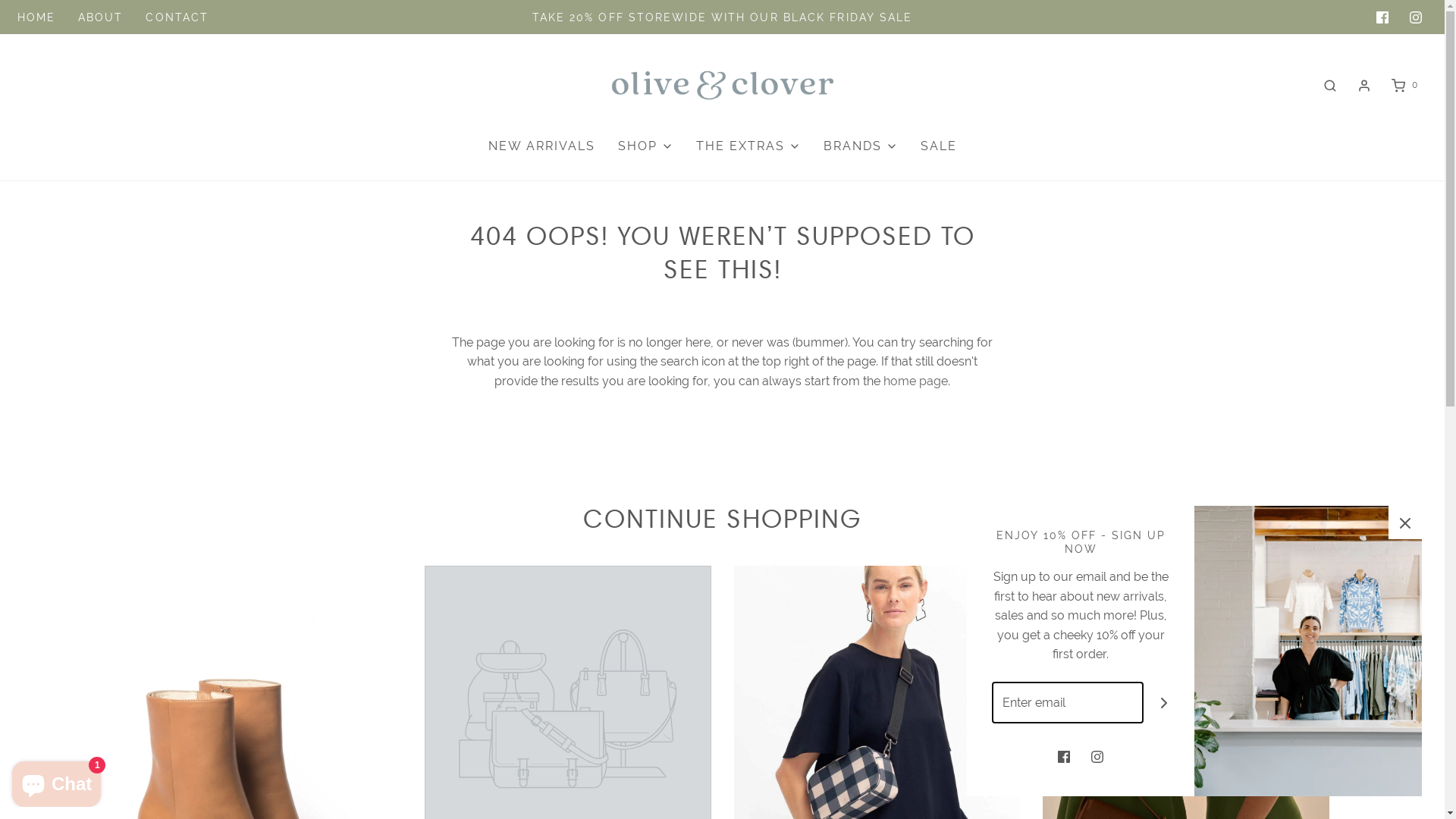  What do you see at coordinates (56, 780) in the screenshot?
I see `'Shopify online store chat'` at bounding box center [56, 780].